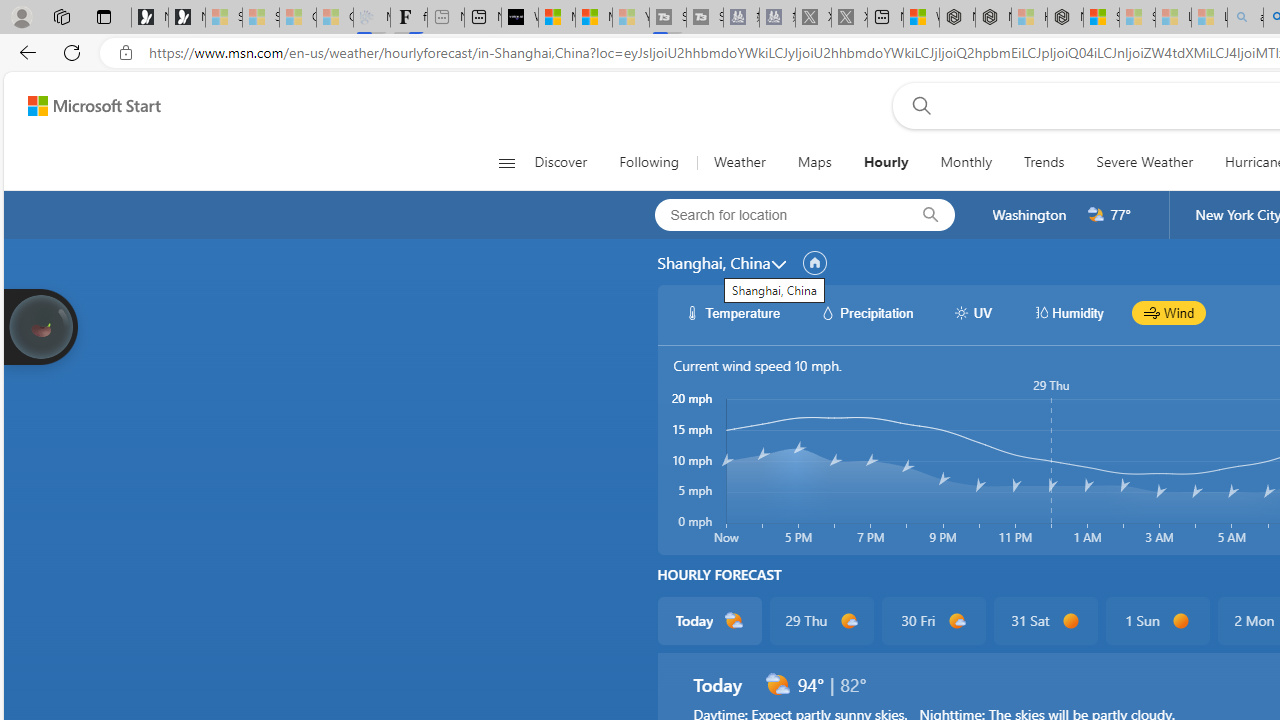 Image resolution: width=1280 pixels, height=720 pixels. Describe the element at coordinates (1064, 17) in the screenshot. I see `'Nordace - Nordace Siena Is Not An Ordinary Backpack'` at that location.